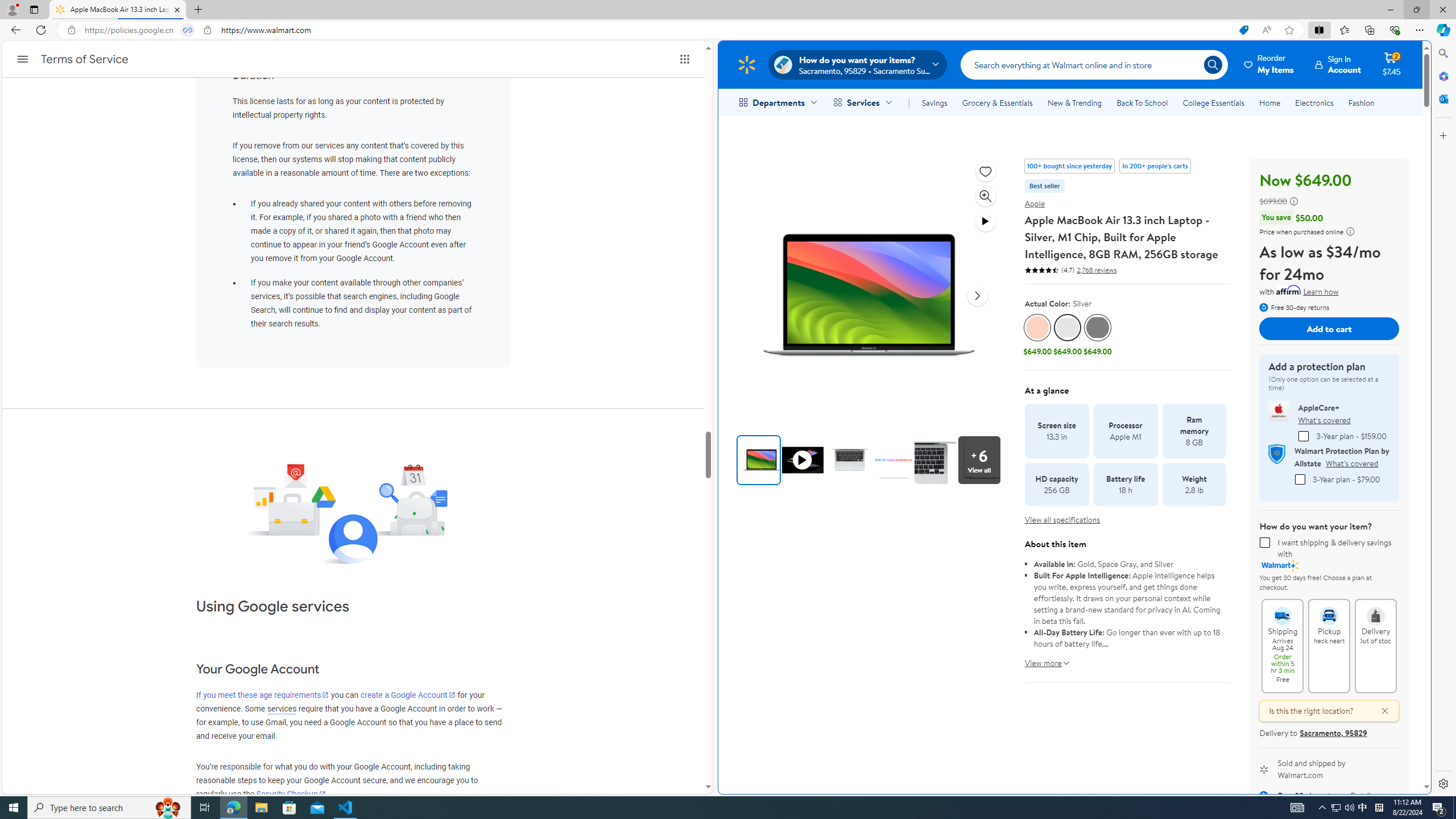  Describe the element at coordinates (1213, 102) in the screenshot. I see `'College Essentials'` at that location.